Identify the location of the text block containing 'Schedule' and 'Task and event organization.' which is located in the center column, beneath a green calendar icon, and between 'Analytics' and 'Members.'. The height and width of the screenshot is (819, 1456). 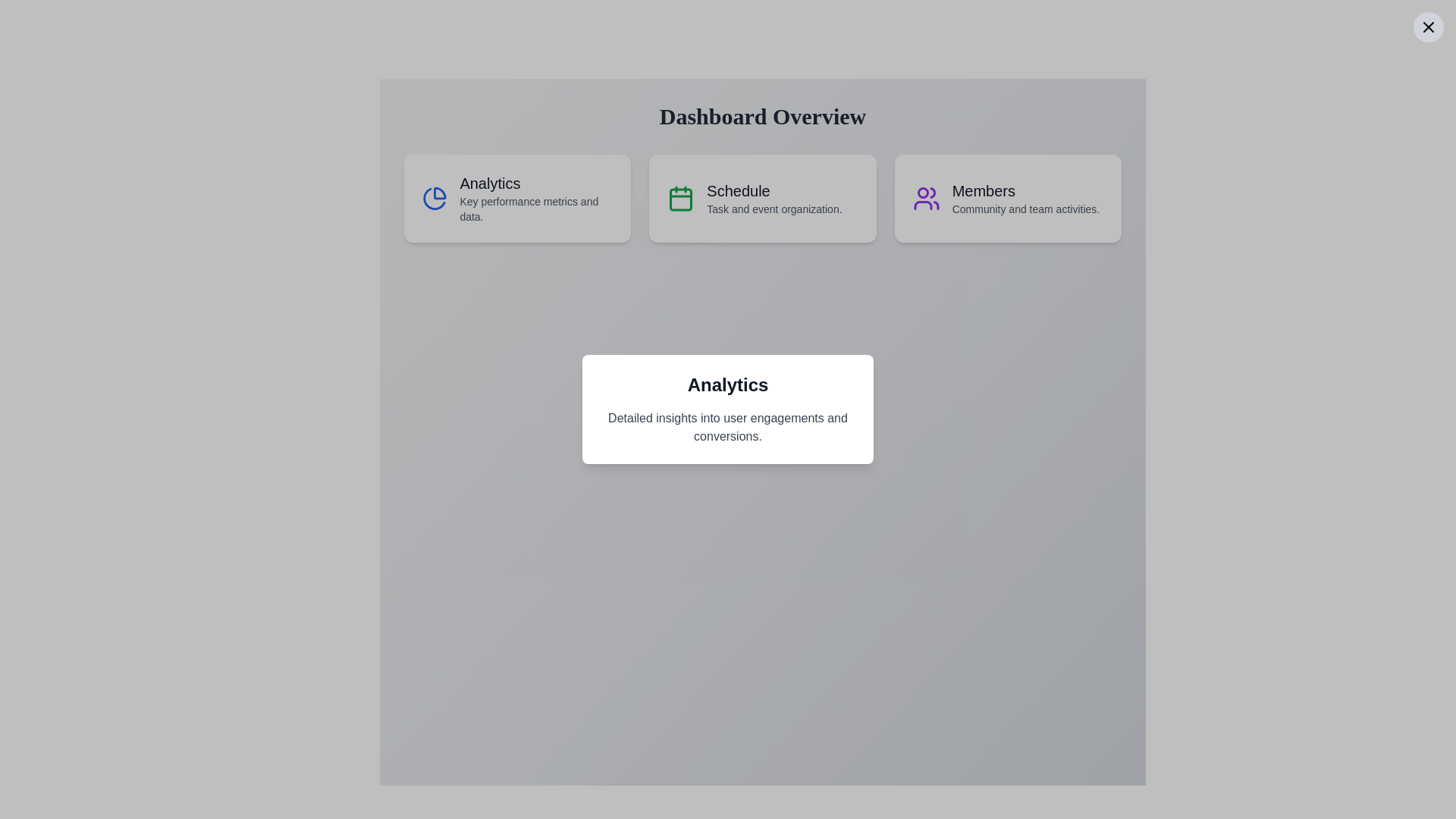
(774, 198).